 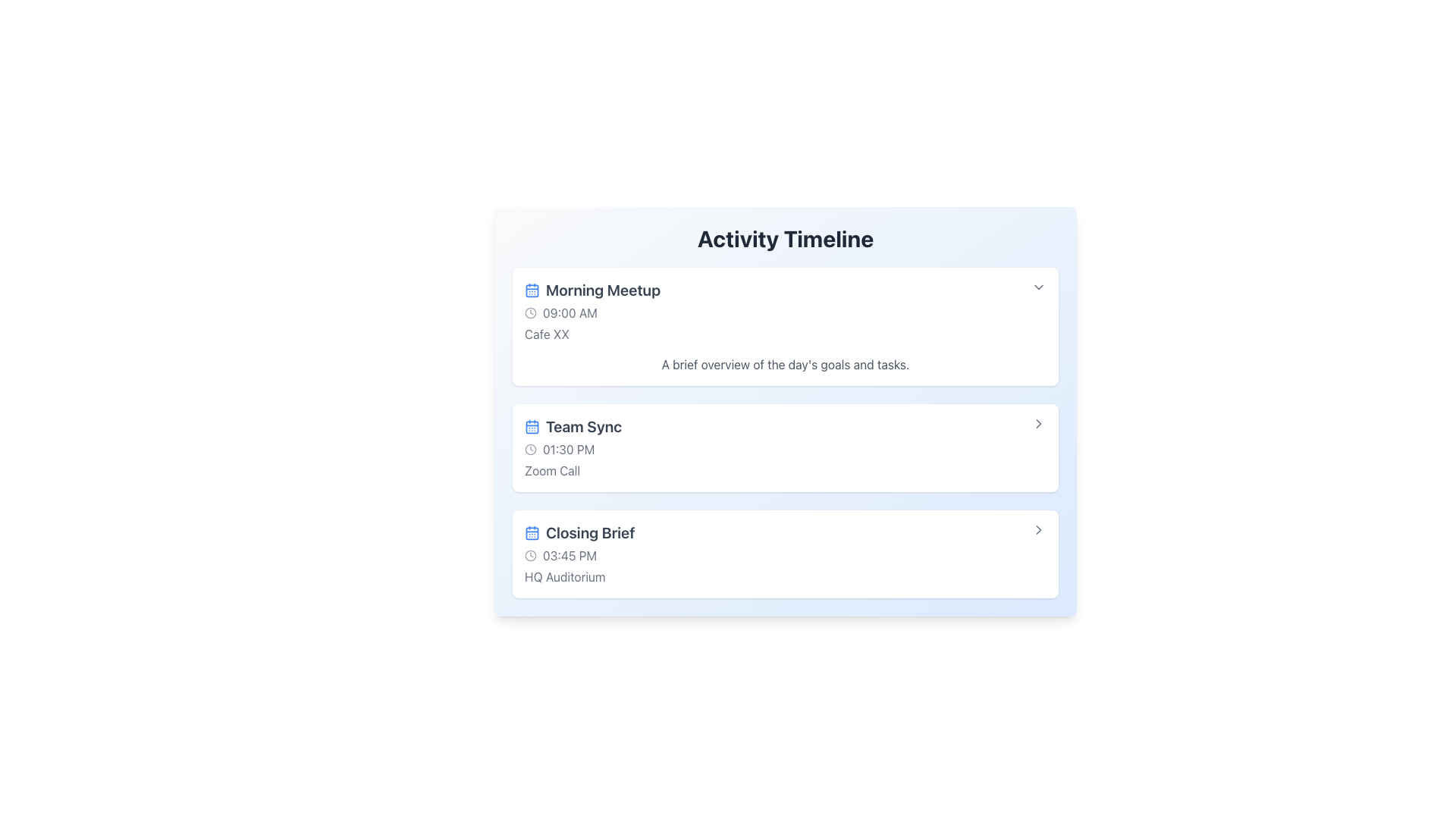 What do you see at coordinates (786, 447) in the screenshot?
I see `the second list item in the vertical timeline layout that provides details about a scheduled meeting or event` at bounding box center [786, 447].